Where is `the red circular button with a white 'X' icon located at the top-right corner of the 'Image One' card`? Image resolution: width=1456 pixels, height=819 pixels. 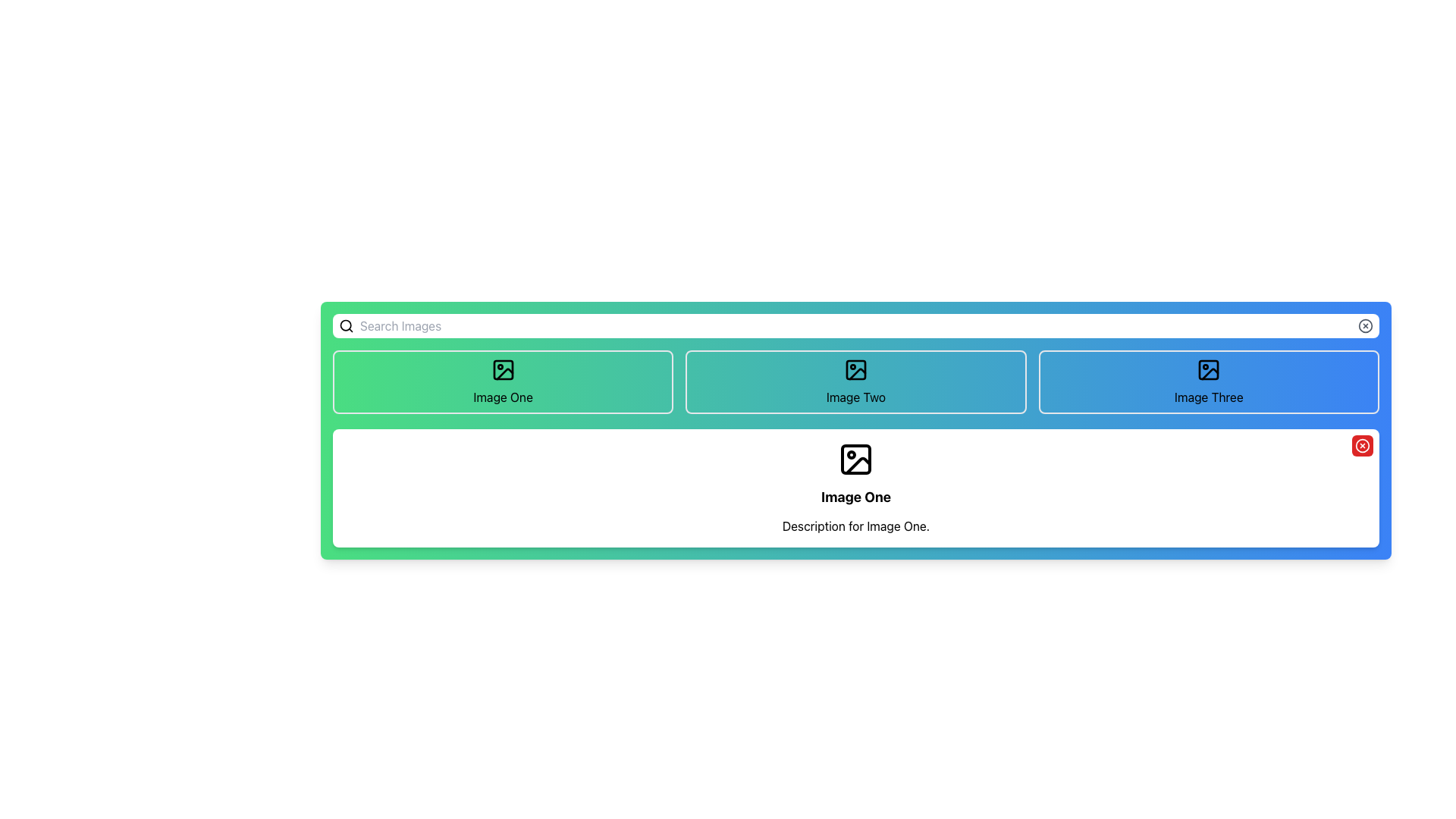
the red circular button with a white 'X' icon located at the top-right corner of the 'Image One' card is located at coordinates (1362, 444).